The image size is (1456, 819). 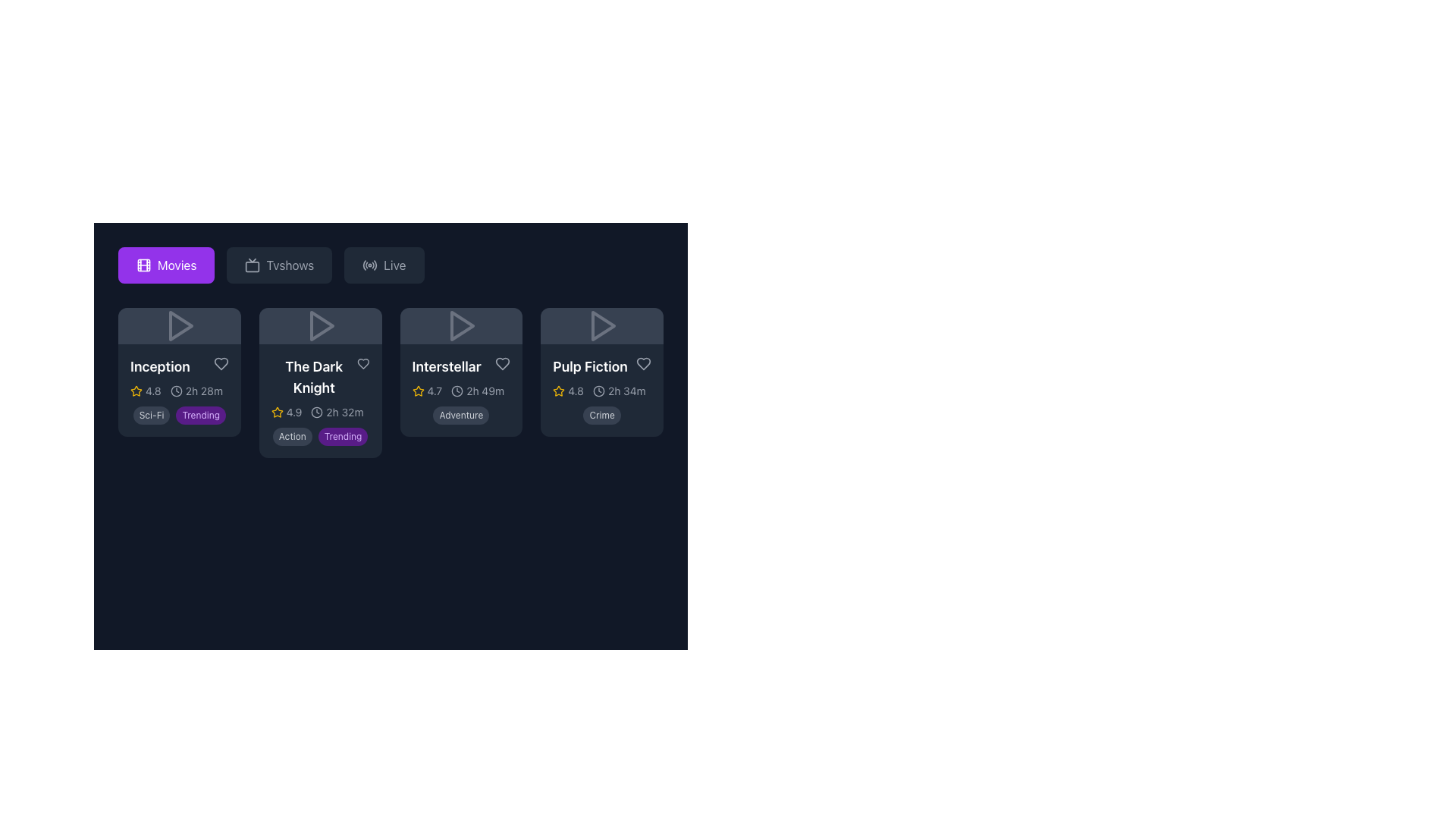 I want to click on title text label displaying 'Pulp Fiction', which is prominently positioned at the top of the rightmost movie card, above the rating and runtime information, so click(x=589, y=366).